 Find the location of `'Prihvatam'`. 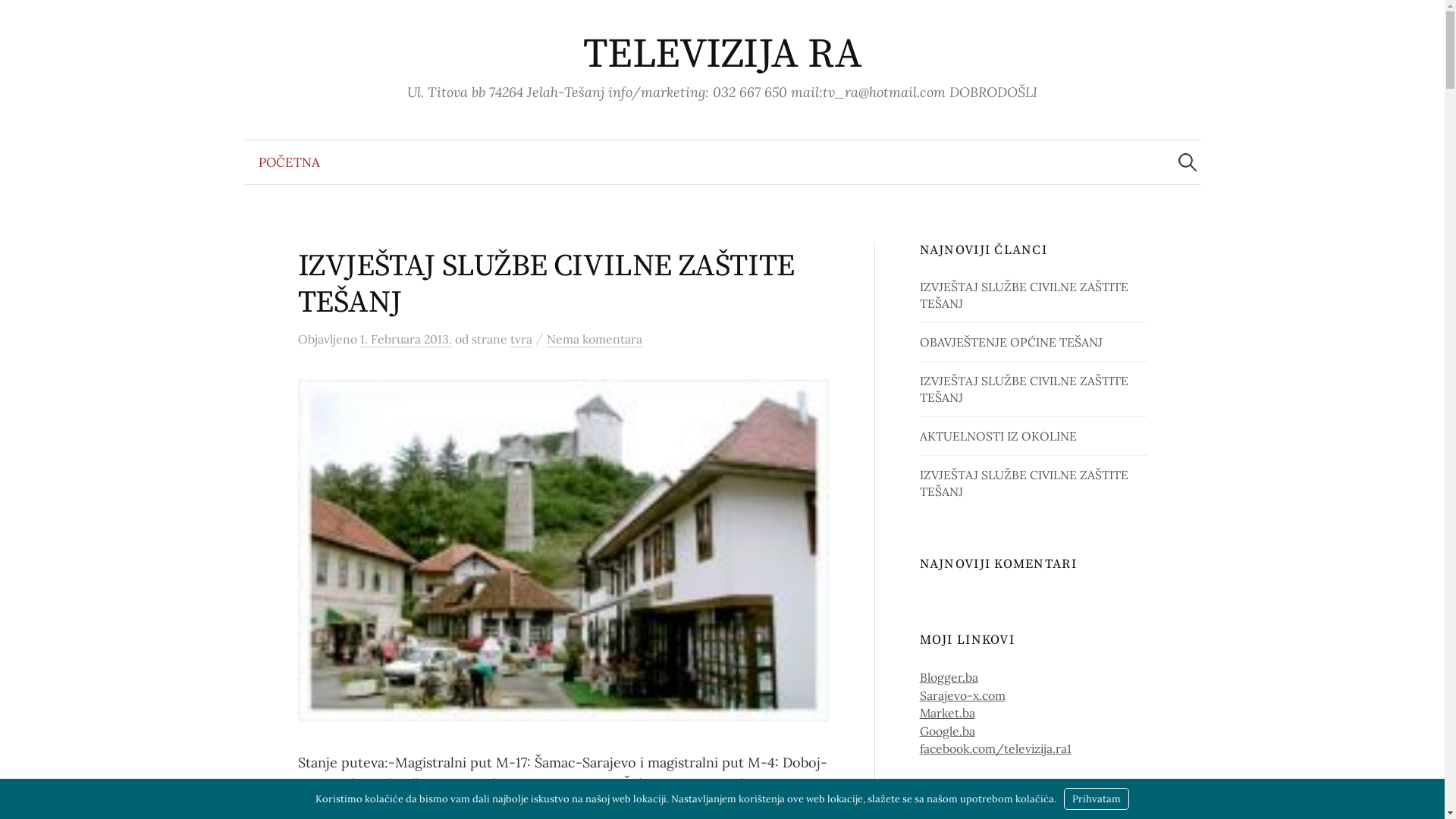

'Prihvatam' is located at coordinates (1096, 798).